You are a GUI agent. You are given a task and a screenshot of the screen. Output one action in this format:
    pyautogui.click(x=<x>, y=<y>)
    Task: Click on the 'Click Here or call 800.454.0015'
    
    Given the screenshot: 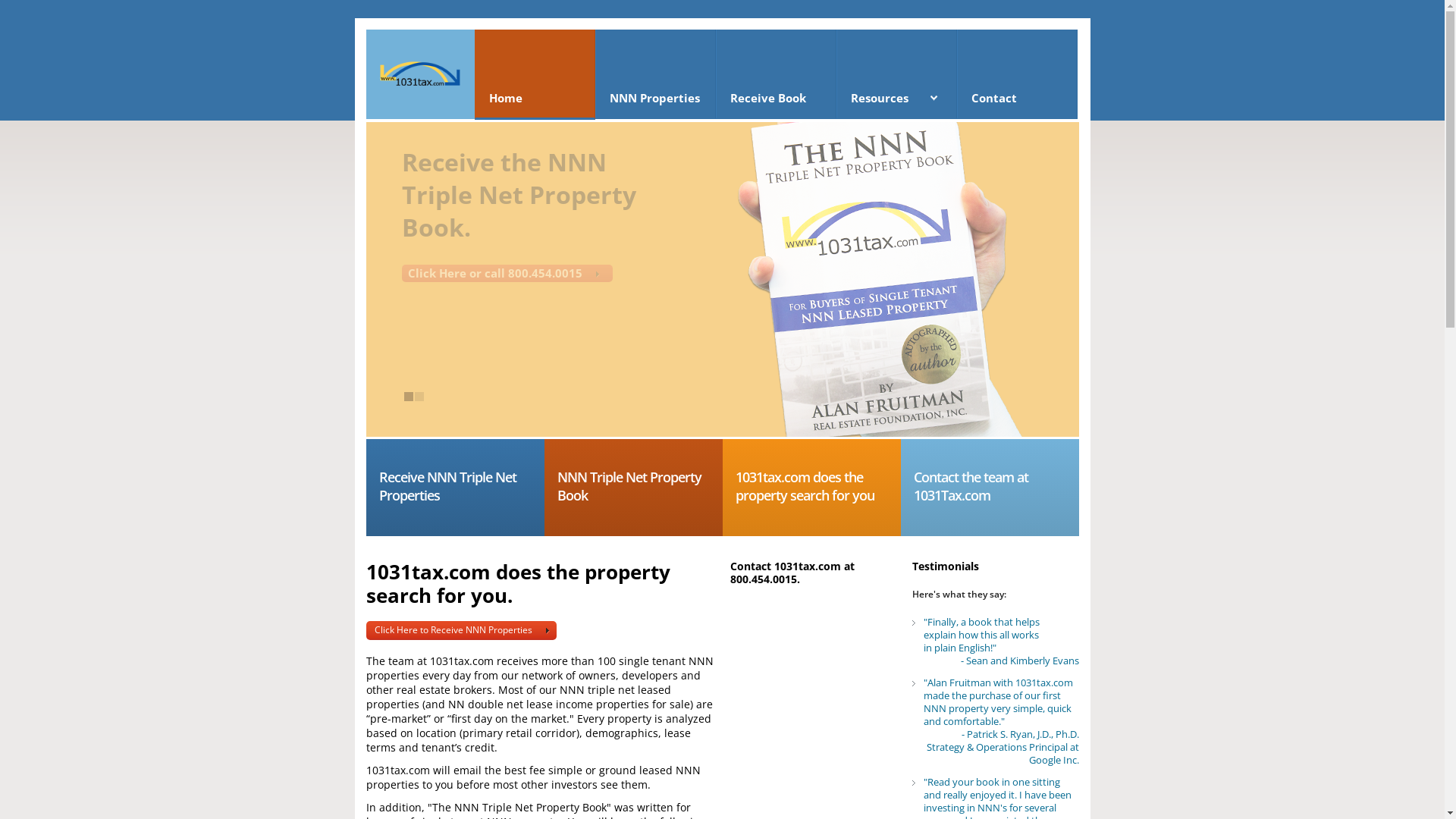 What is the action you would take?
    pyautogui.click(x=507, y=273)
    